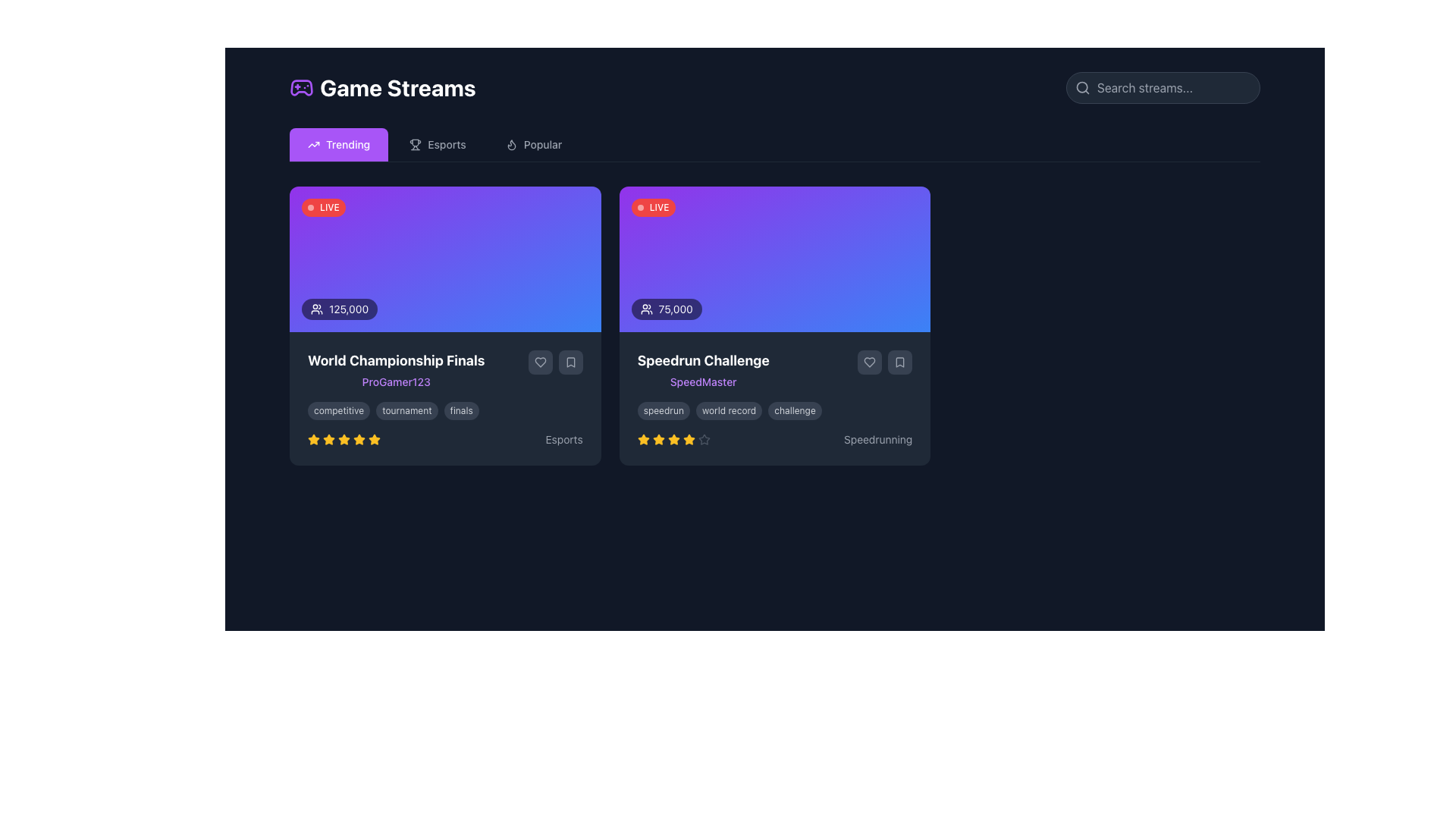 This screenshot has width=1456, height=819. I want to click on the bookmark/save icon located in the bottom right area of the 'Speedrun Challenge' card, so click(900, 362).